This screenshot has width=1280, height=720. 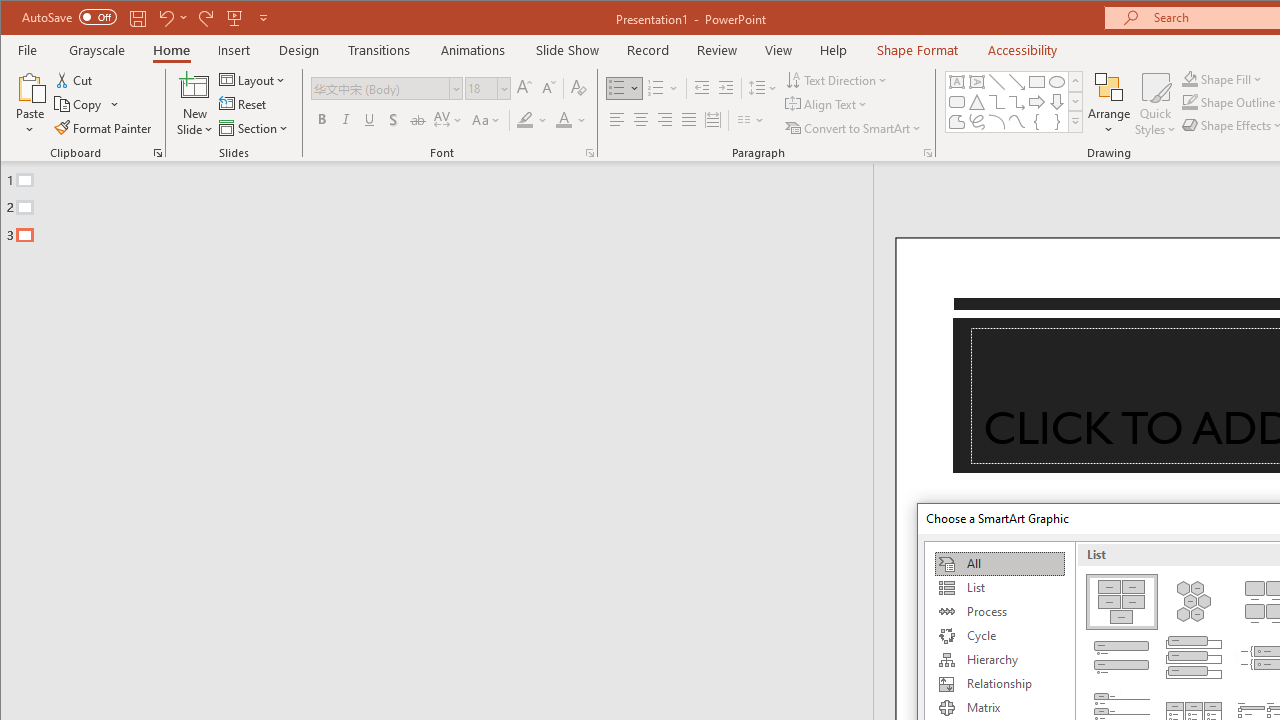 I want to click on 'Paste', so click(x=30, y=104).